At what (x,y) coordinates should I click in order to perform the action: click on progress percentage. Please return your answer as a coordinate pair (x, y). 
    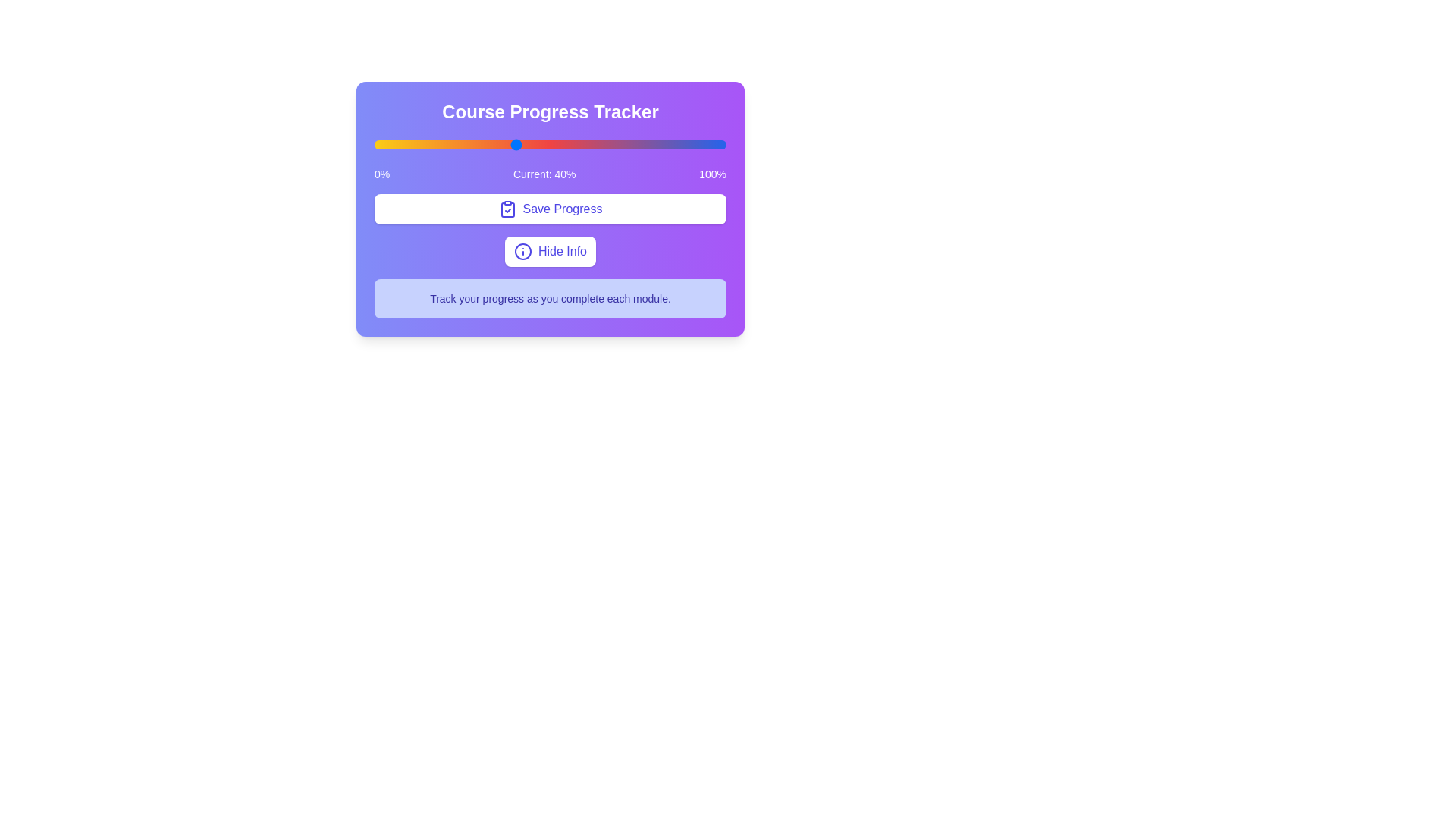
    Looking at the image, I should click on (581, 145).